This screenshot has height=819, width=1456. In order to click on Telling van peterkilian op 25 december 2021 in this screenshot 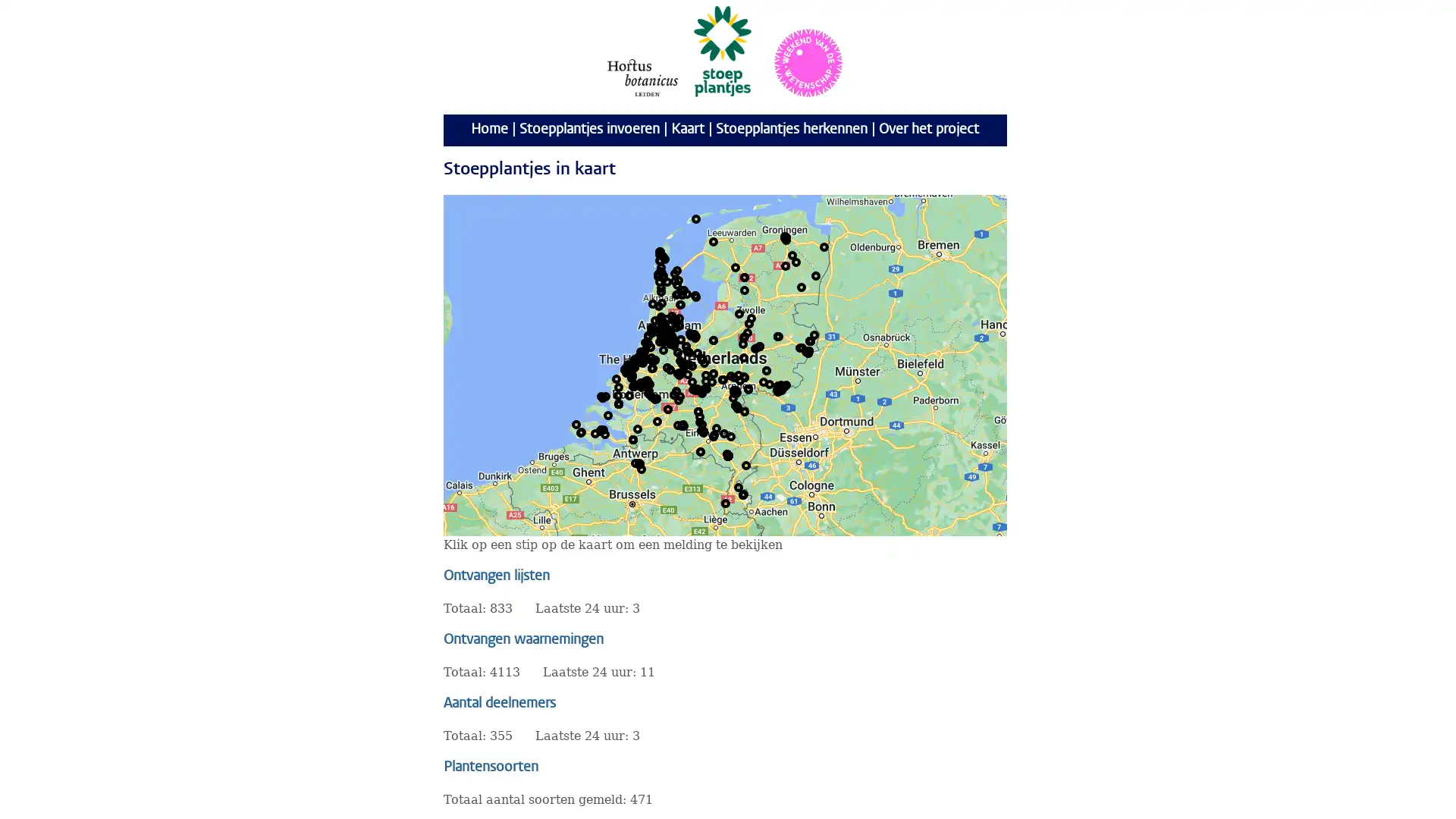, I will do `click(676, 390)`.